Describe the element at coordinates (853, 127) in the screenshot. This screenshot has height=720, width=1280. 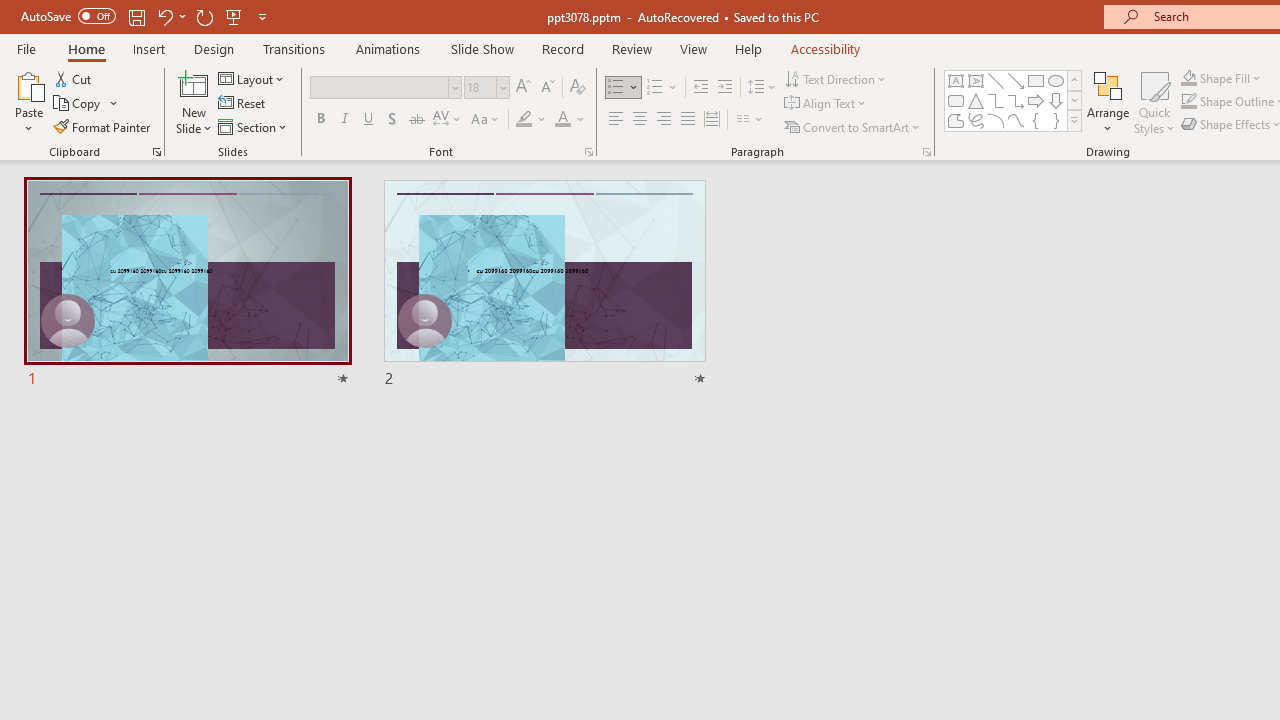
I see `'Convert to SmartArt'` at that location.